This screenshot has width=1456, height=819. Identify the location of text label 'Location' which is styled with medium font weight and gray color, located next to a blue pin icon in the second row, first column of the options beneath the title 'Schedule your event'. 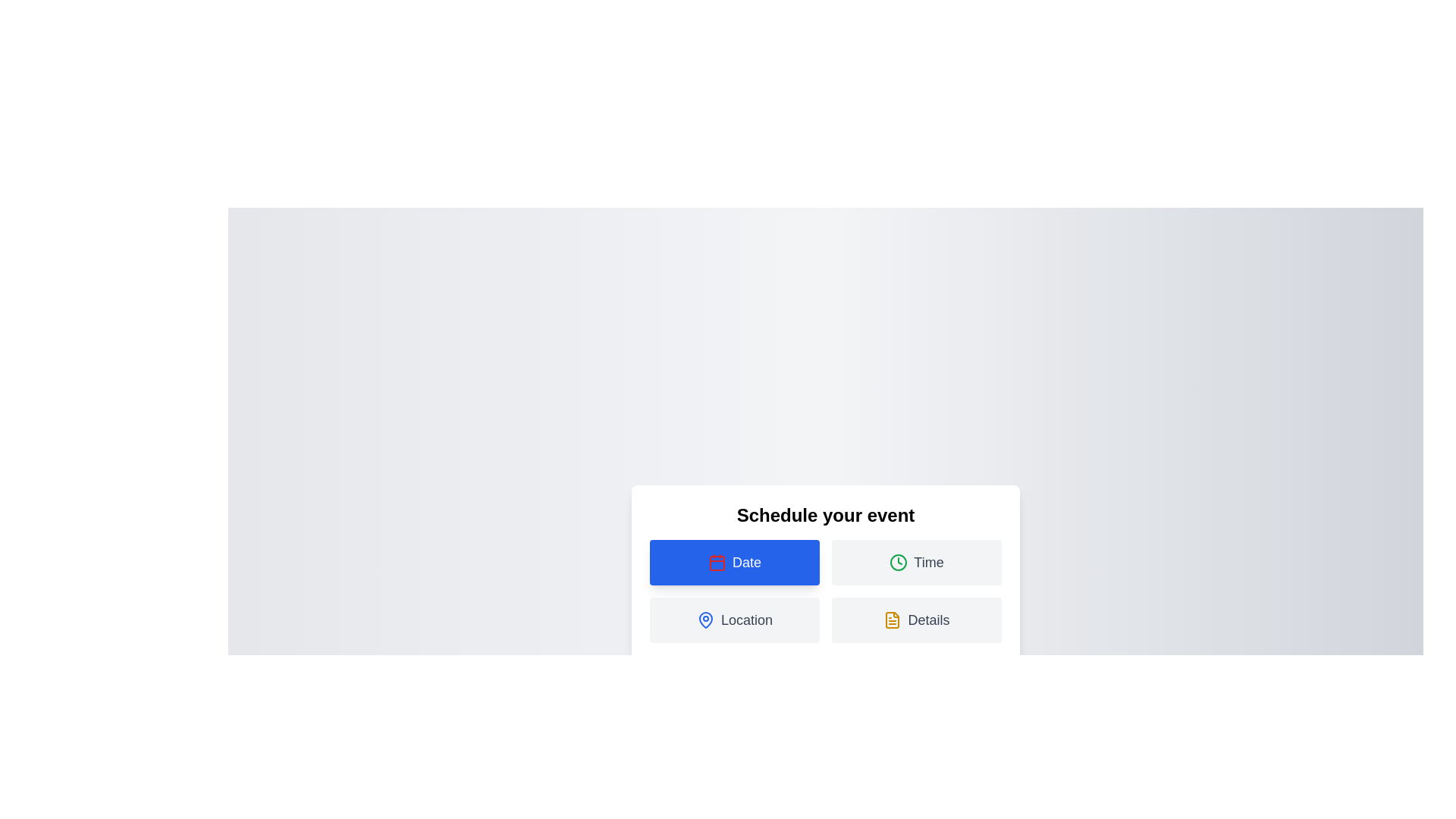
(746, 620).